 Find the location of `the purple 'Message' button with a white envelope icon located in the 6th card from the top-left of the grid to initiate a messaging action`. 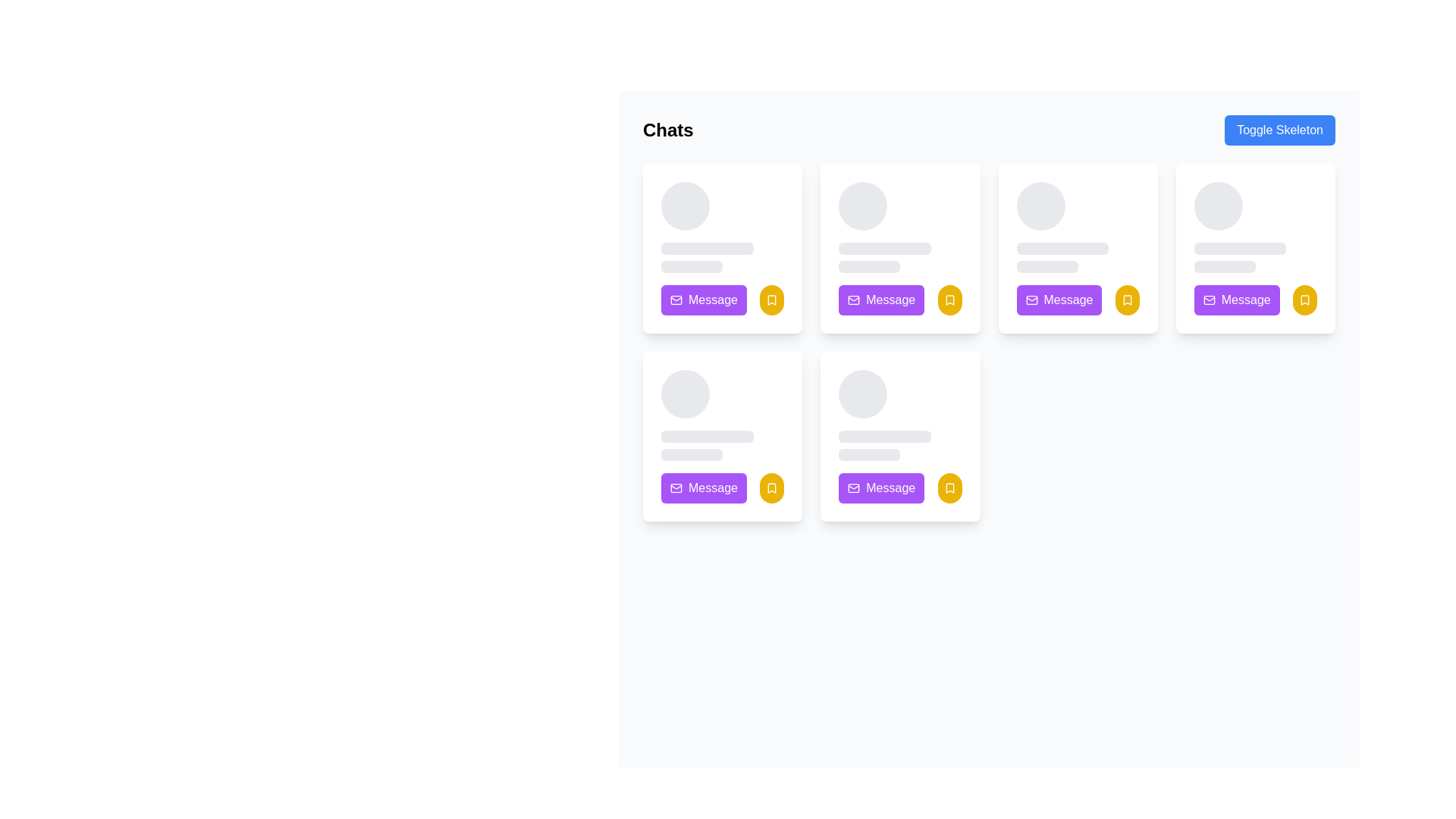

the purple 'Message' button with a white envelope icon located in the 6th card from the top-left of the grid to initiate a messaging action is located at coordinates (881, 488).